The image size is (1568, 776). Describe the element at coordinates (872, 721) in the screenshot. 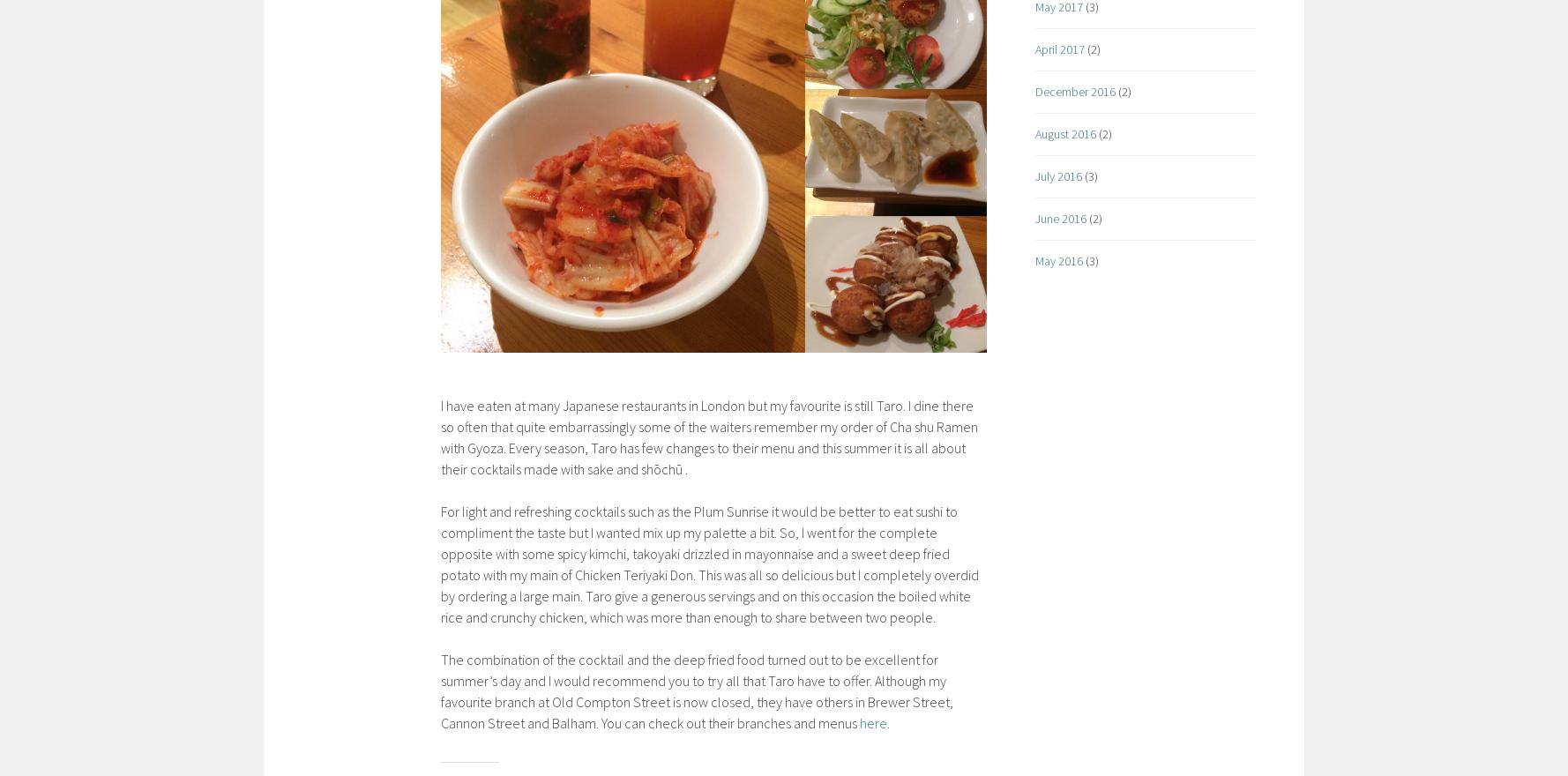

I see `'here'` at that location.